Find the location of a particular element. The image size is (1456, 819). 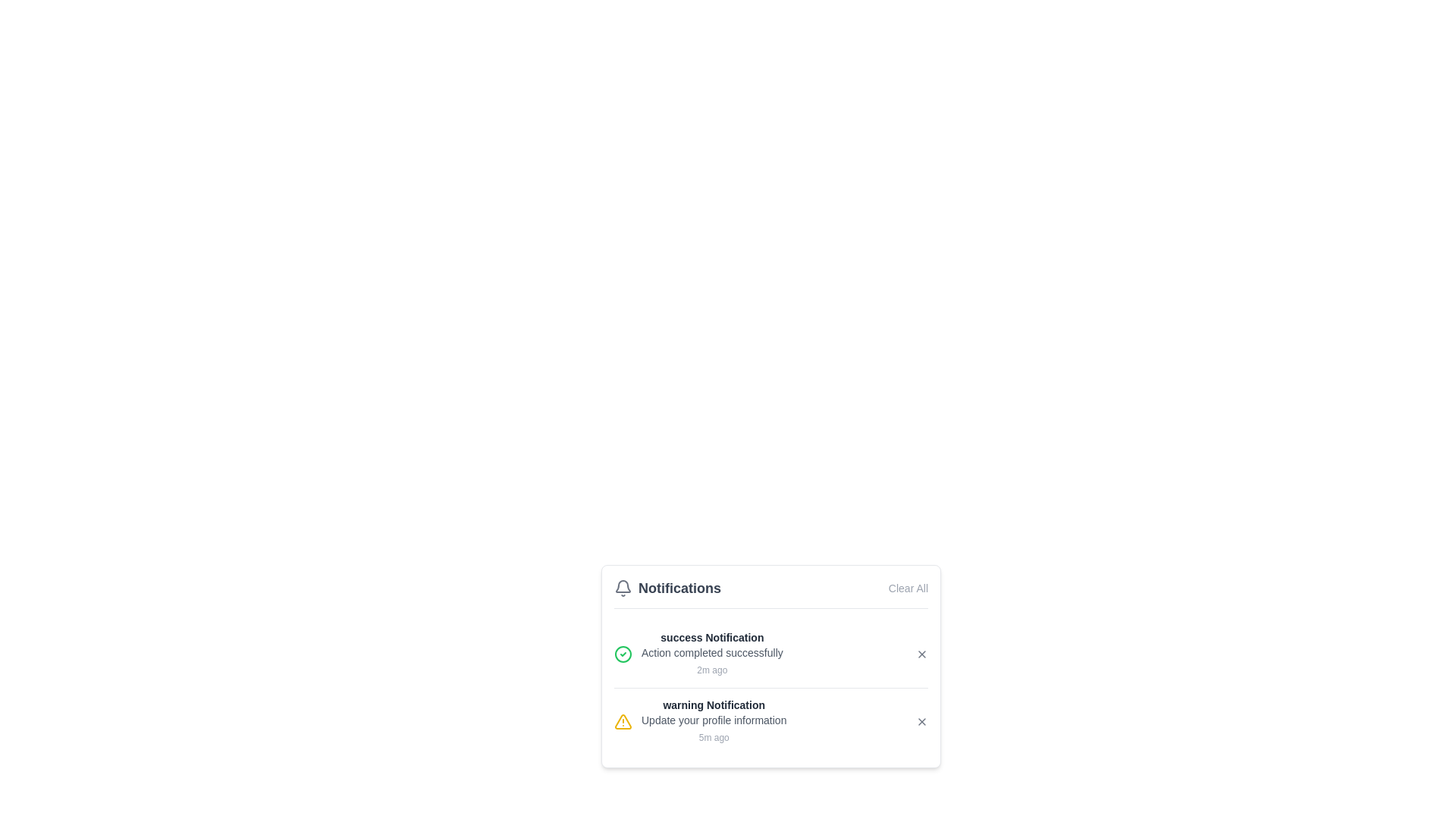

the first notification entry titled 'success Notification' in the notifications panel, which includes a green checkmark icon and an 'X' button for dismissing is located at coordinates (771, 654).